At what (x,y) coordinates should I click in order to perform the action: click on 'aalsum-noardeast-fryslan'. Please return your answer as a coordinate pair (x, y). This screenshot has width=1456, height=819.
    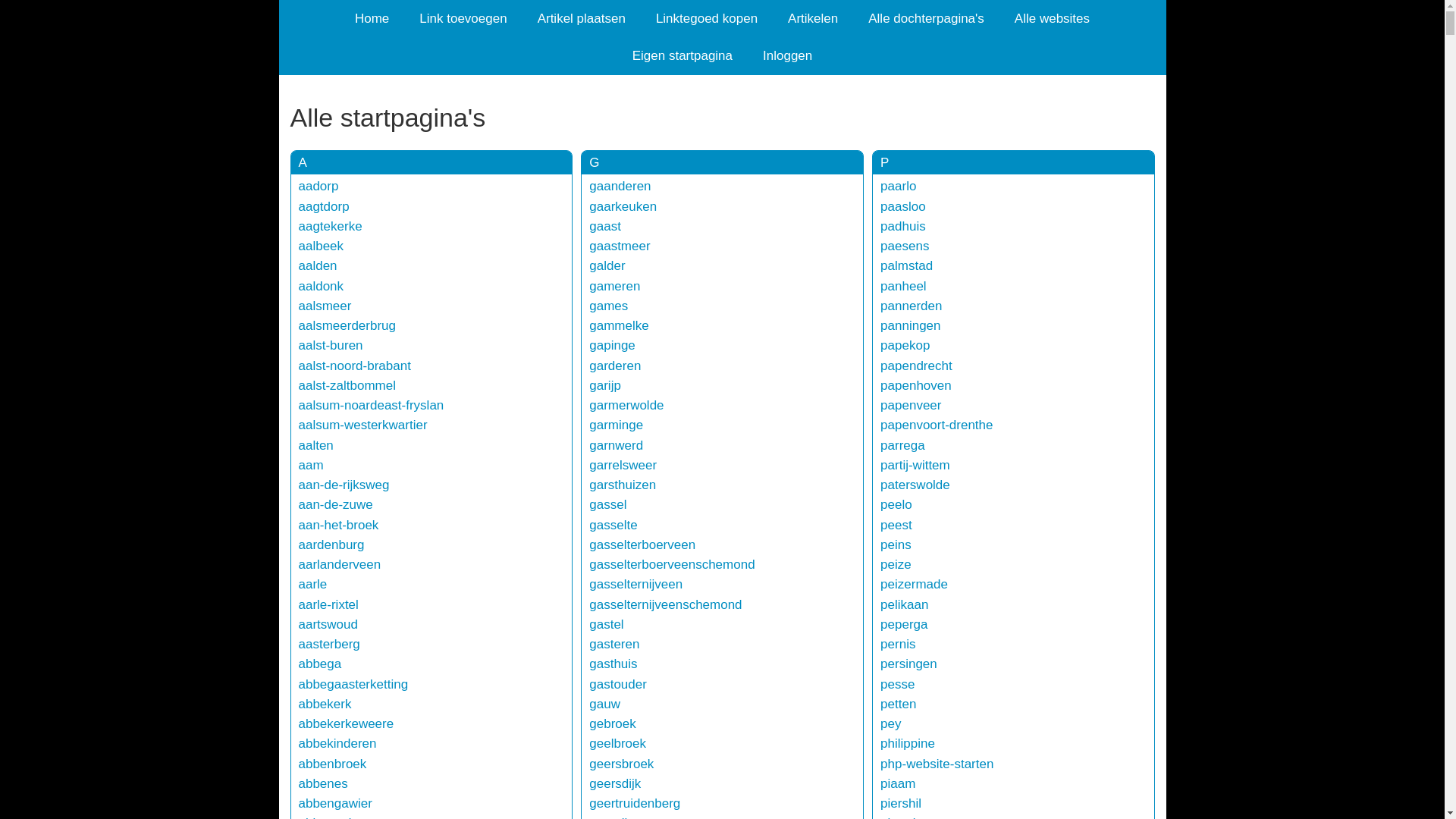
    Looking at the image, I should click on (371, 404).